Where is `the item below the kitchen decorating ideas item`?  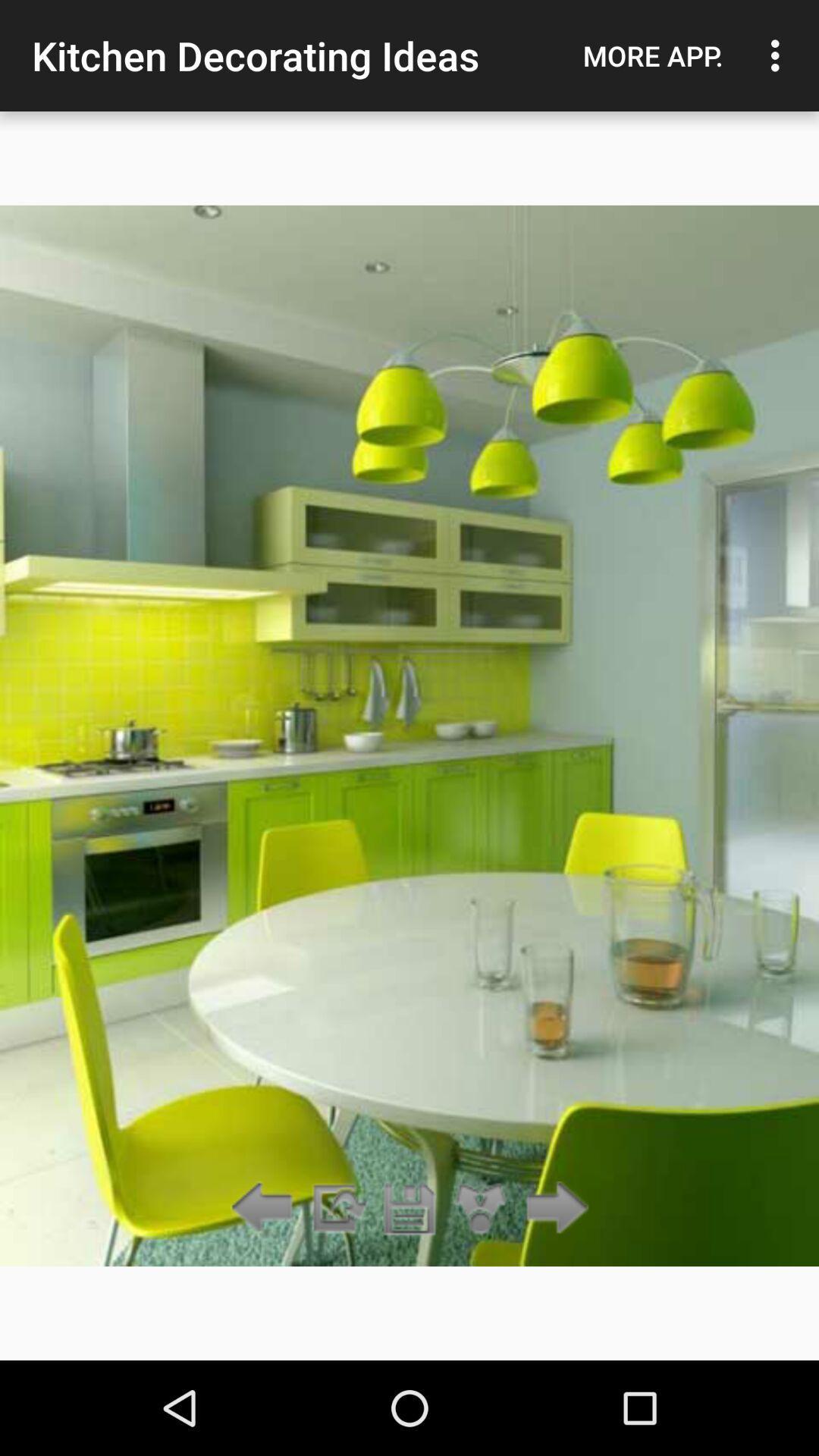 the item below the kitchen decorating ideas item is located at coordinates (337, 1208).